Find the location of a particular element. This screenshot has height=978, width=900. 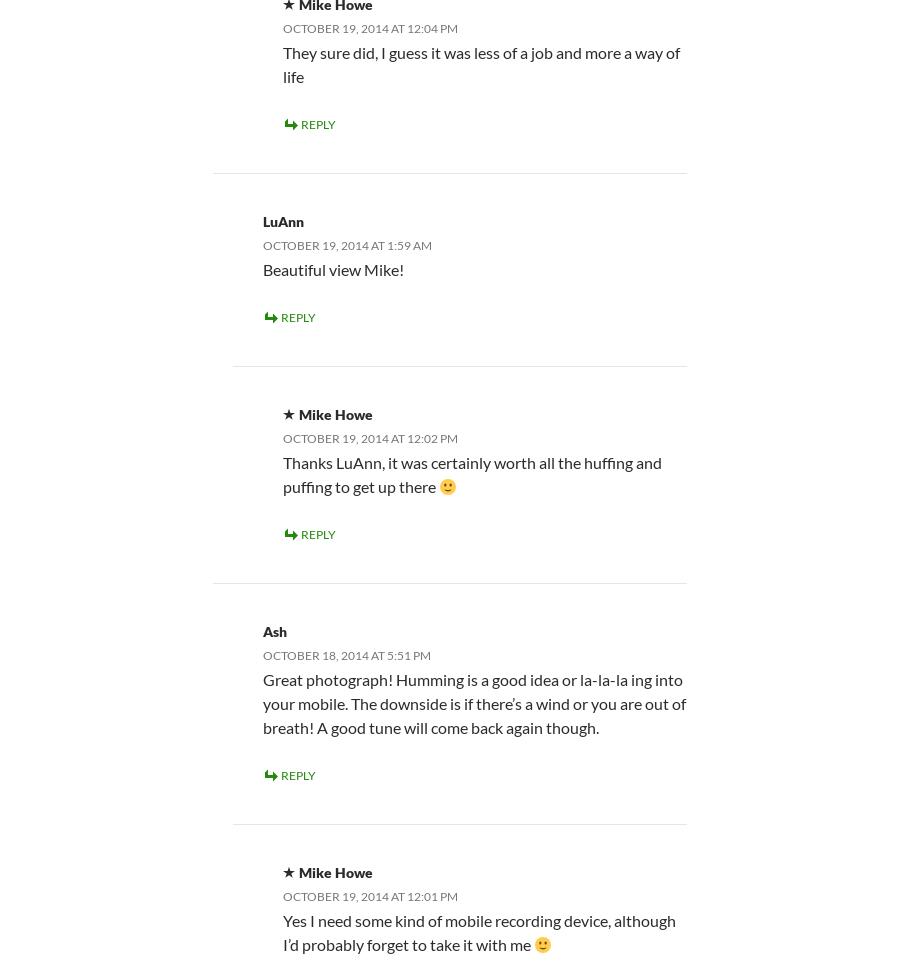

'October 18, 2014 at 5:51 pm' is located at coordinates (261, 654).